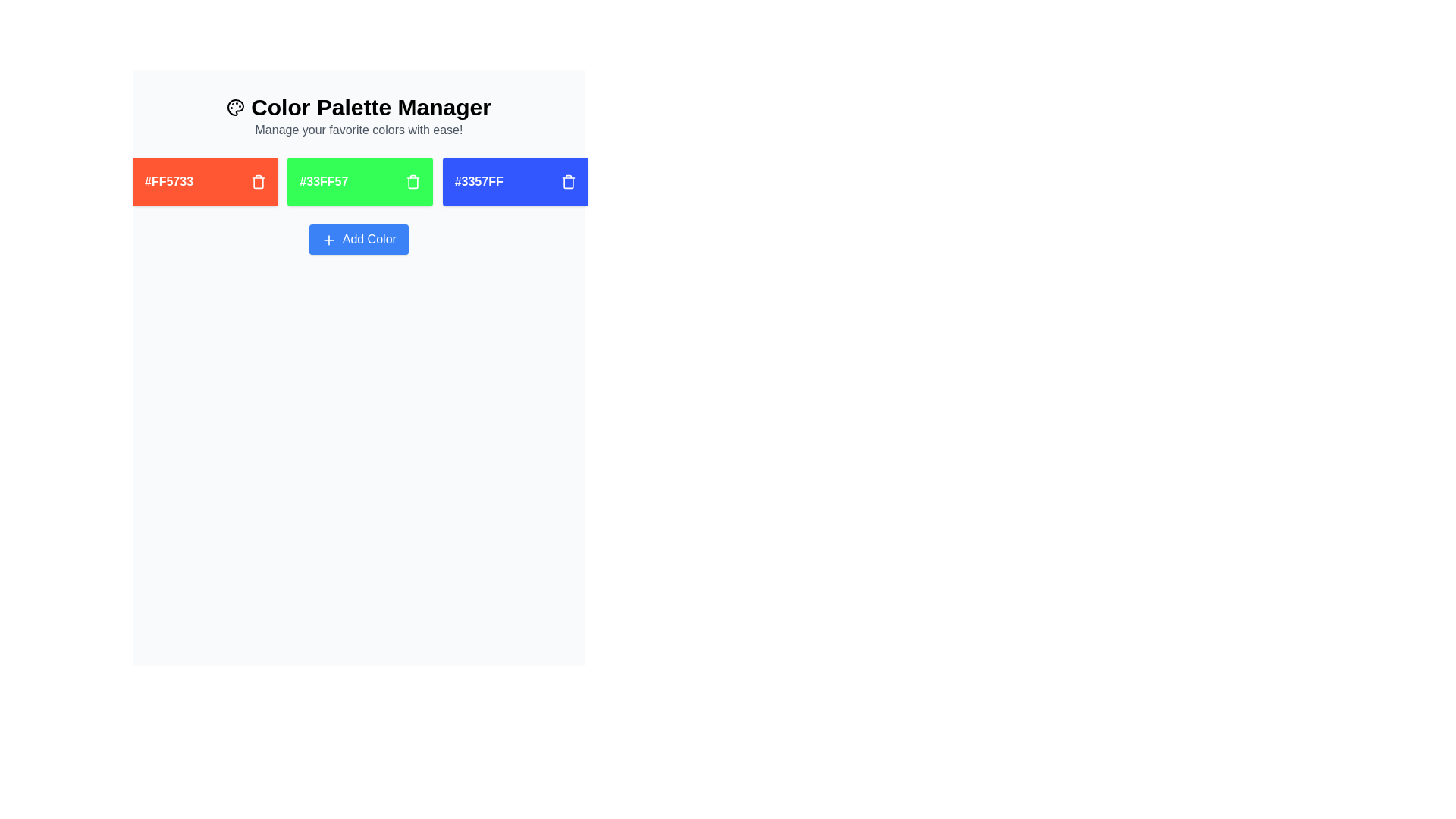  Describe the element at coordinates (358, 116) in the screenshot. I see `the 'Color Palette Manager' header` at that location.